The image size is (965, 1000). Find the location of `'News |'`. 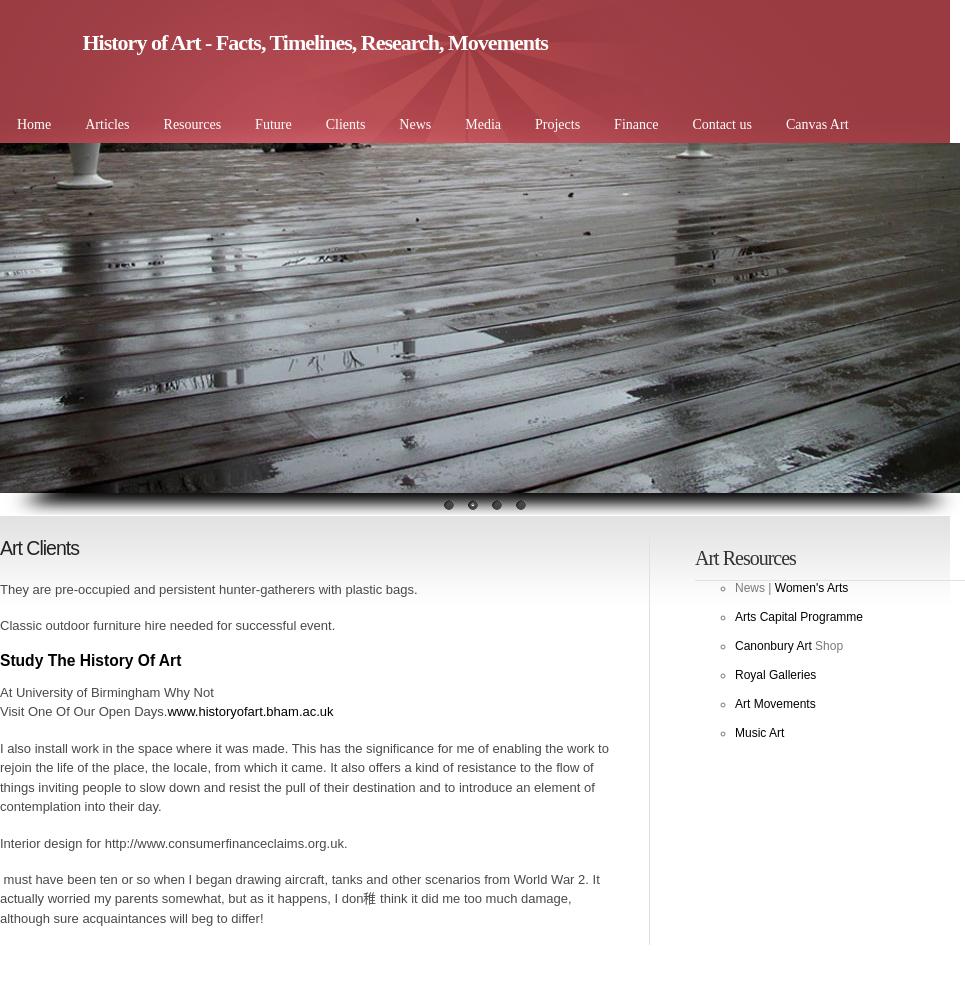

'News |' is located at coordinates (753, 587).